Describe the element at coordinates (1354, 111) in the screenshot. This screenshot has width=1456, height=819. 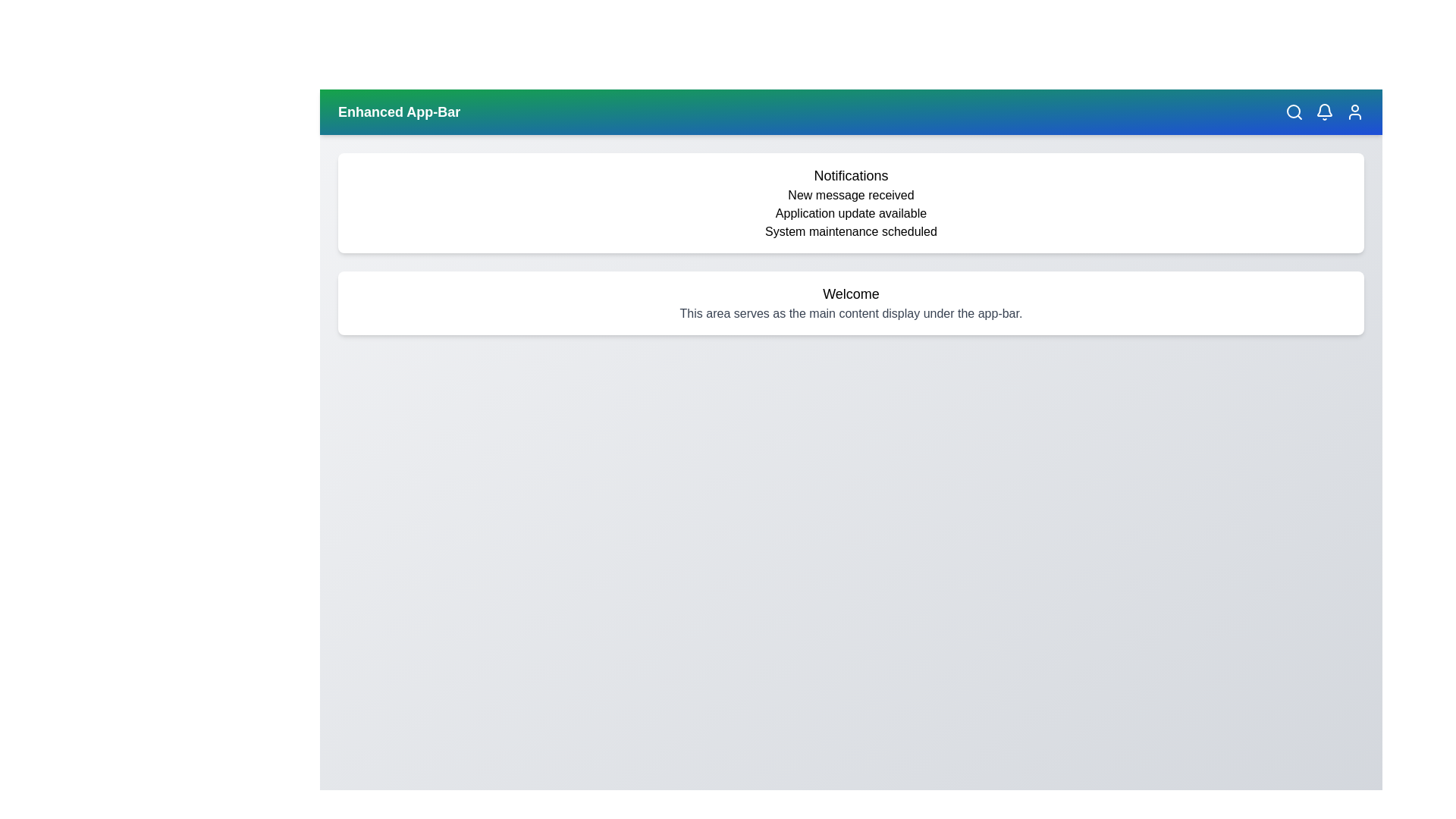
I see `the user icon to access user-related features` at that location.